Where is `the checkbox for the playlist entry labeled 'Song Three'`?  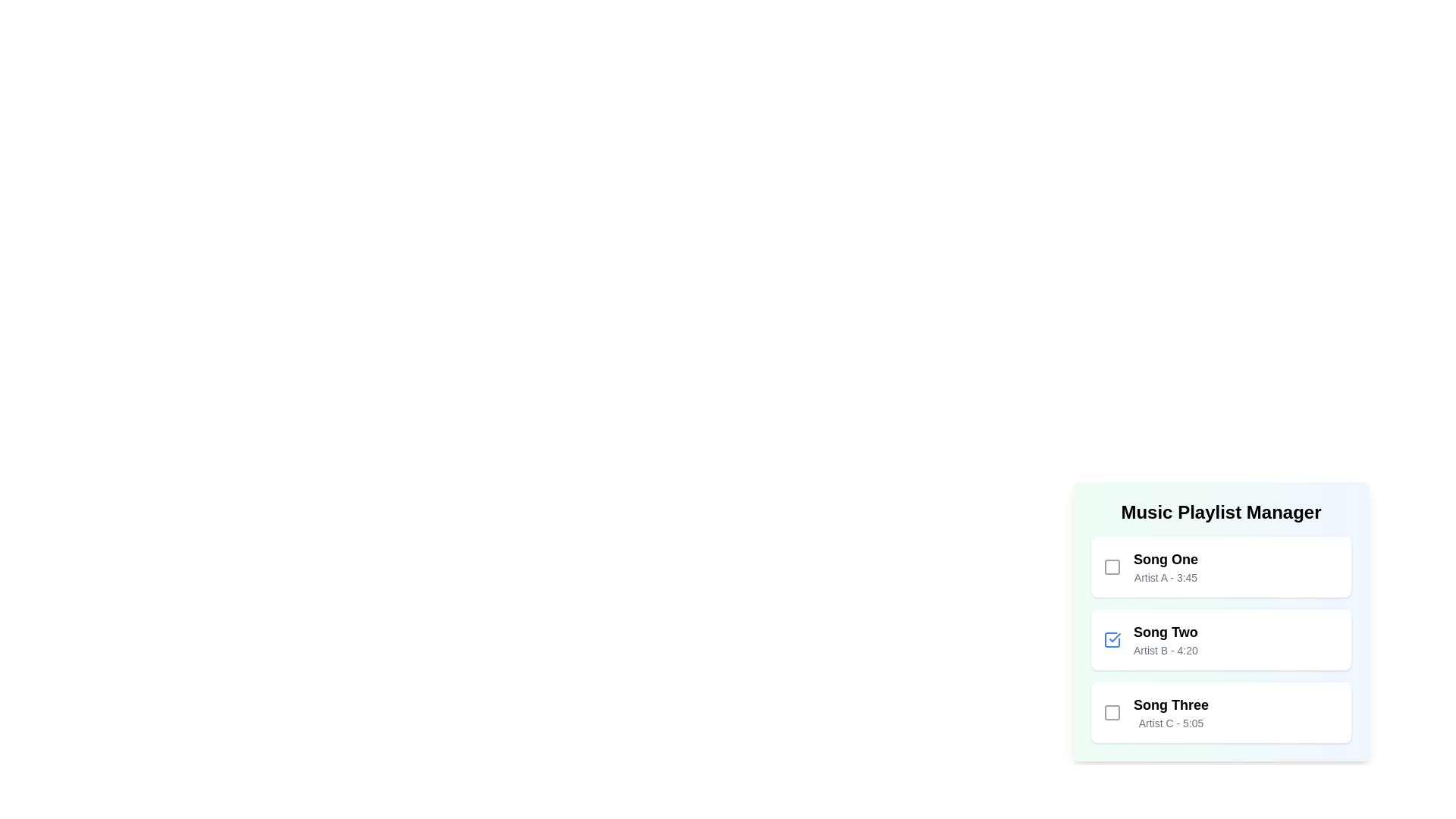
the checkbox for the playlist entry labeled 'Song Three' is located at coordinates (1112, 713).